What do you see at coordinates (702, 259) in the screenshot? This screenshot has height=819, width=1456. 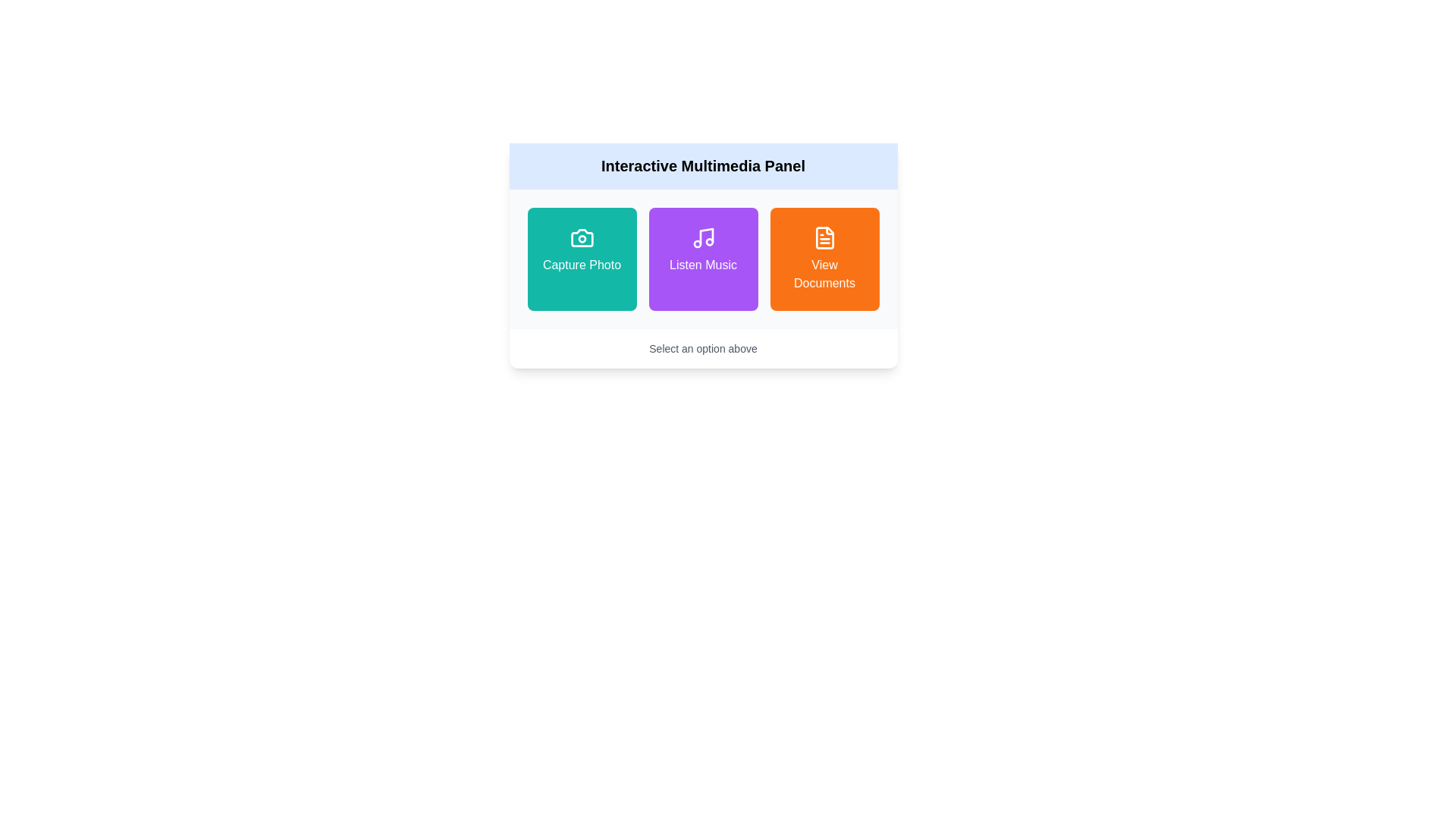 I see `the second button labeled 'Listen Music', which is purple with a music note icon, to observe the hover effects` at bounding box center [702, 259].